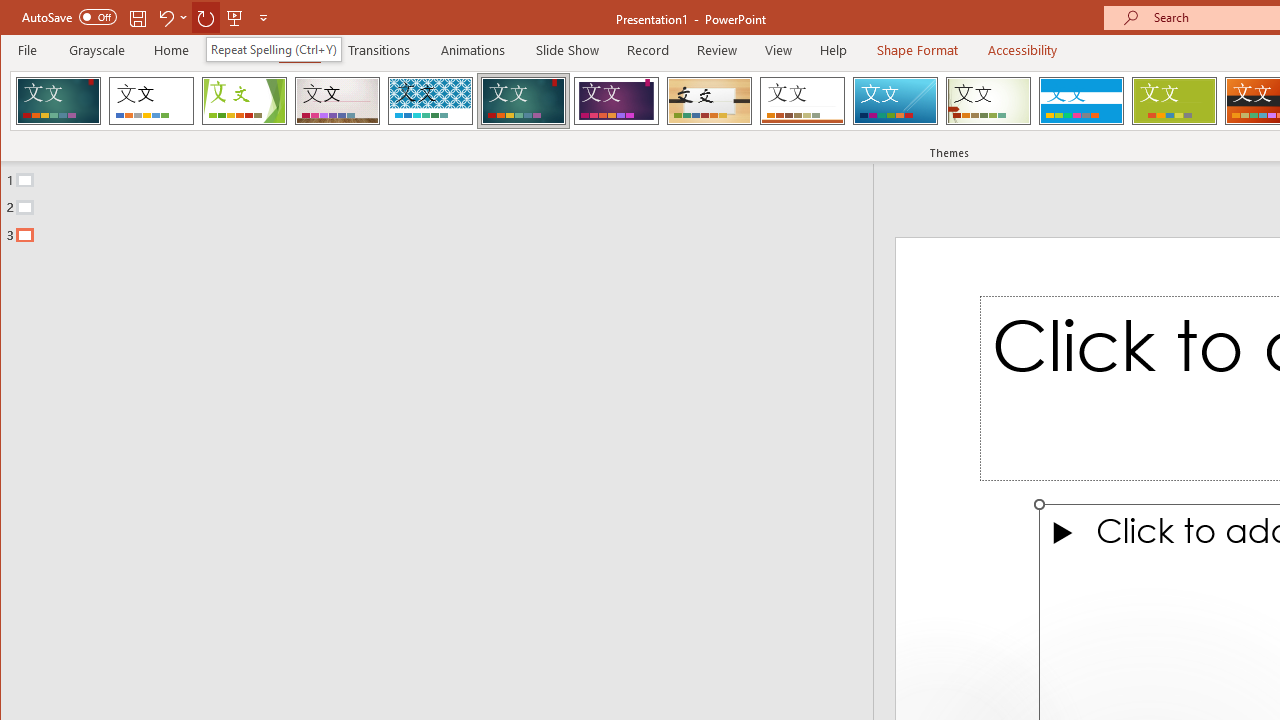  Describe the element at coordinates (429, 100) in the screenshot. I see `'Integral'` at that location.